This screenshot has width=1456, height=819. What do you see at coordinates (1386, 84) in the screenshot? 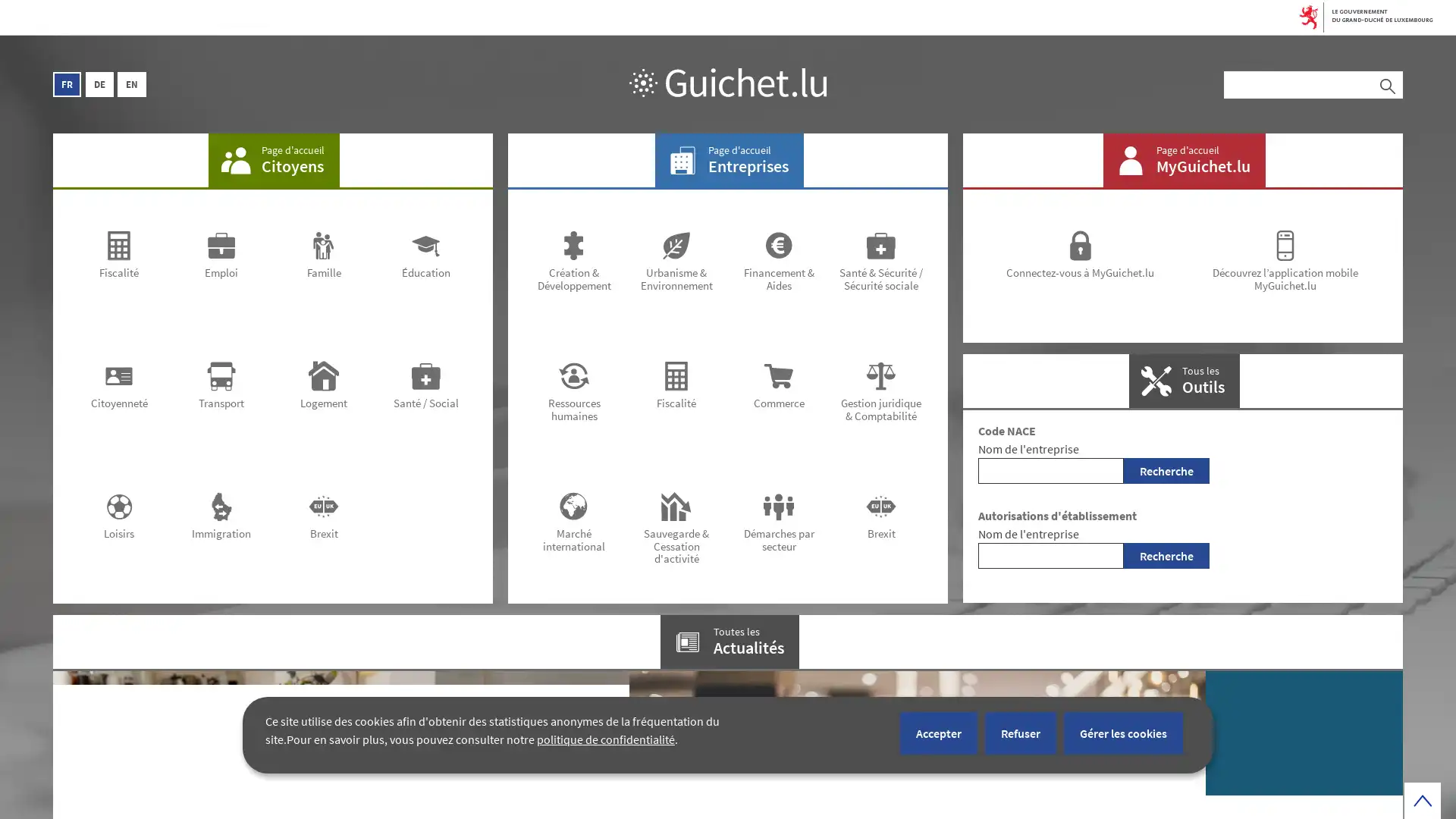
I see `Rechercher` at bounding box center [1386, 84].